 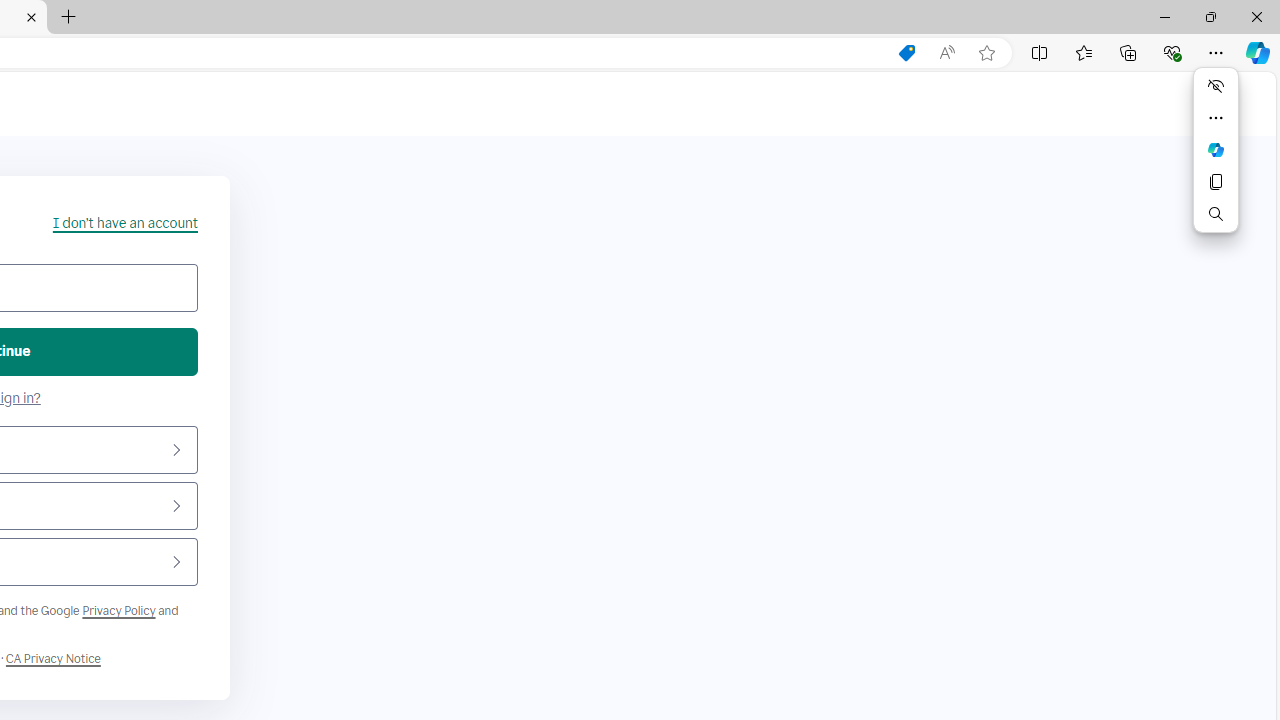 I want to click on 'Grammarly Privacy Policy', so click(x=53, y=659).